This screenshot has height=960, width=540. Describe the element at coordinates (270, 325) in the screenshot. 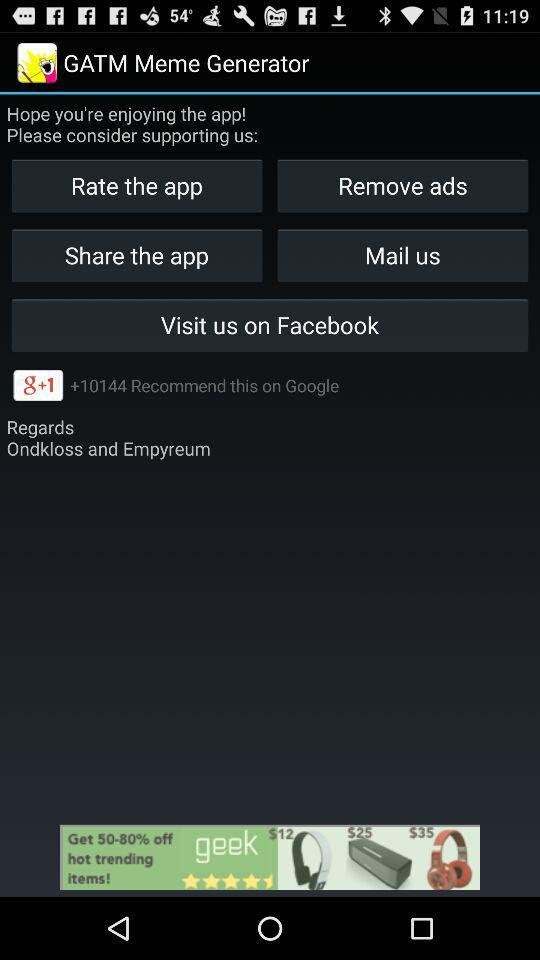

I see `visit us on` at that location.